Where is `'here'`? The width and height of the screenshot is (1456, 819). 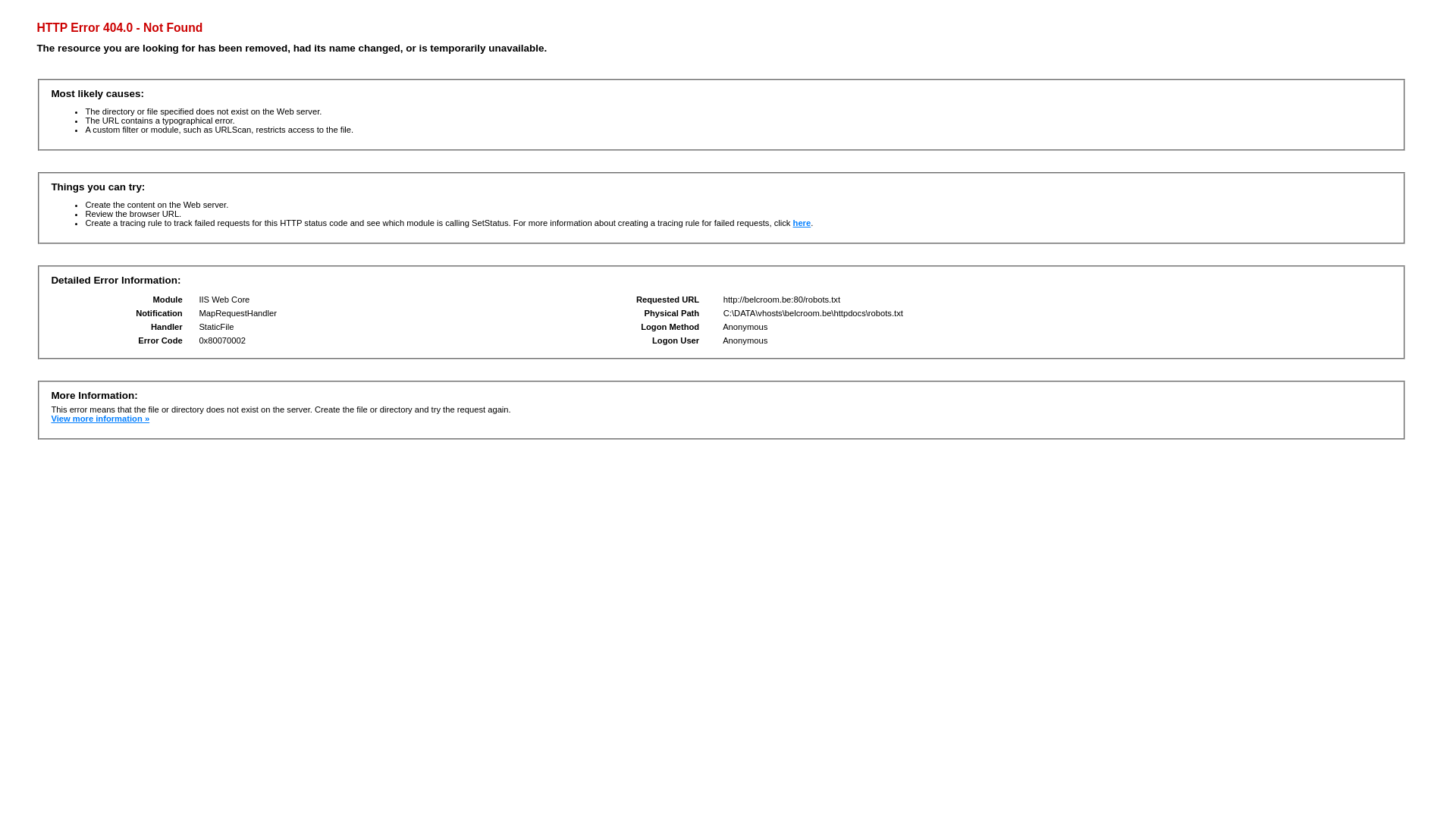 'here' is located at coordinates (792, 222).